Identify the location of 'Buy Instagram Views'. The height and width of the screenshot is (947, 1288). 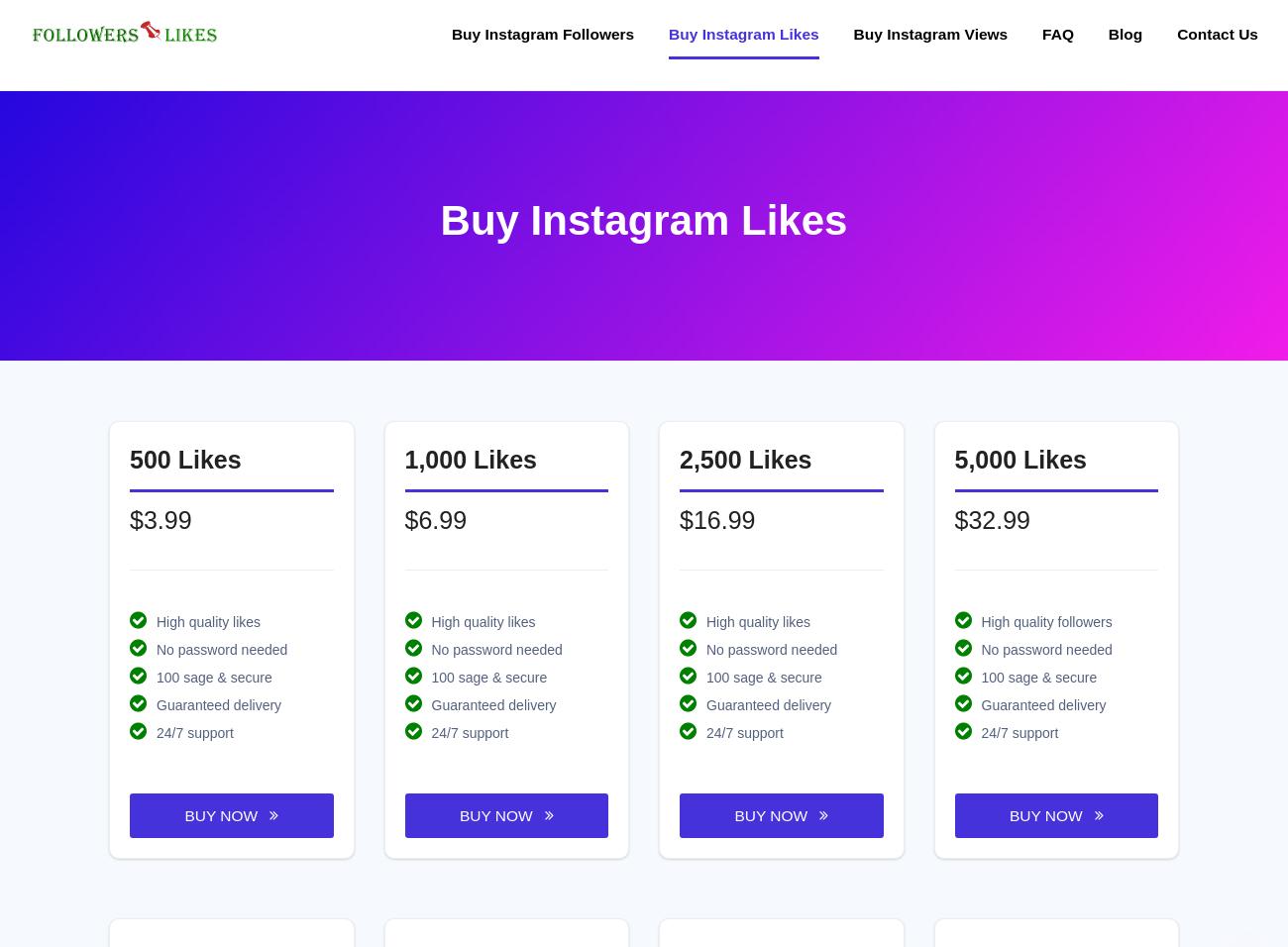
(929, 43).